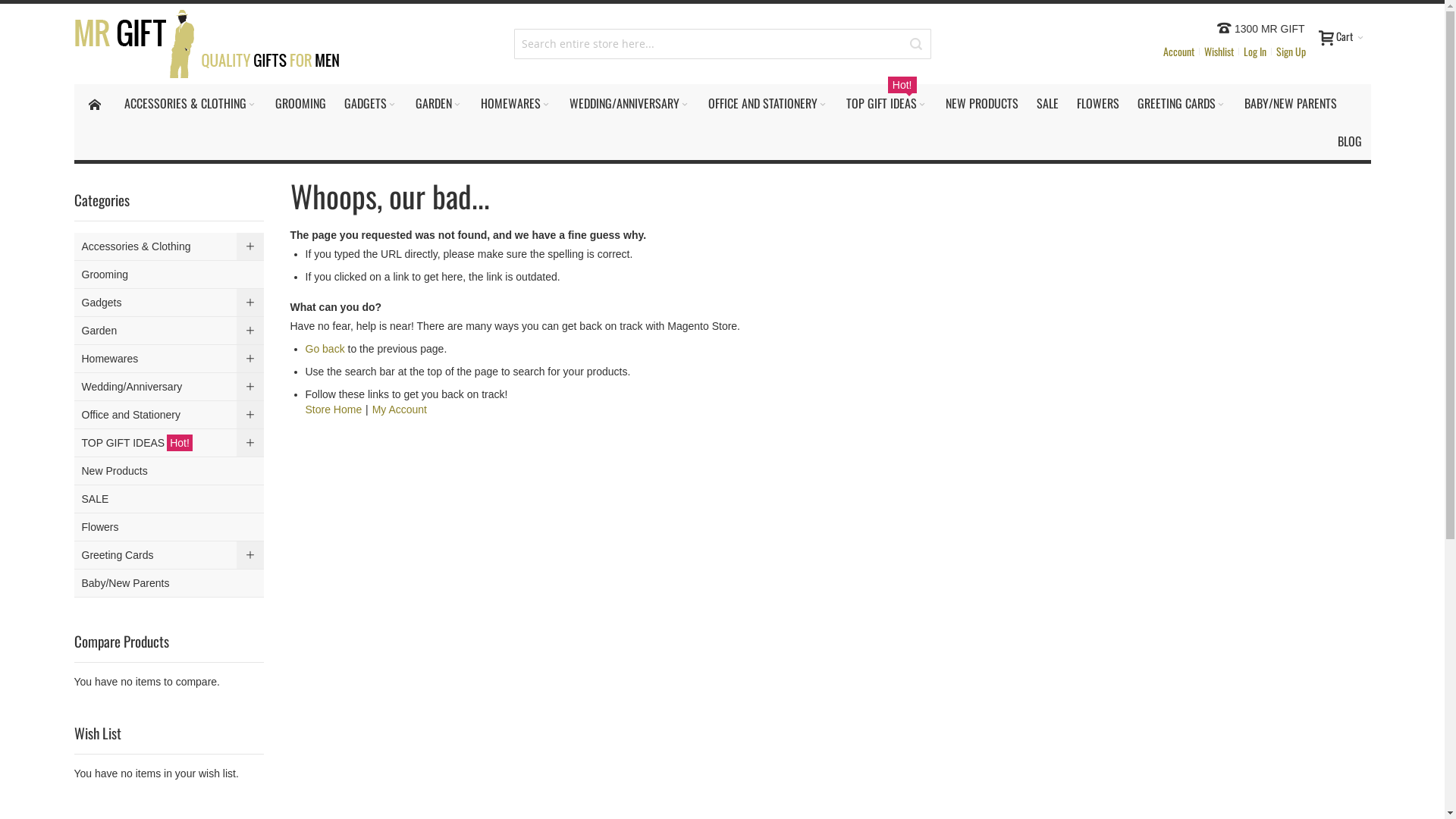 The width and height of the screenshot is (1456, 819). I want to click on 'My Account', so click(400, 409).